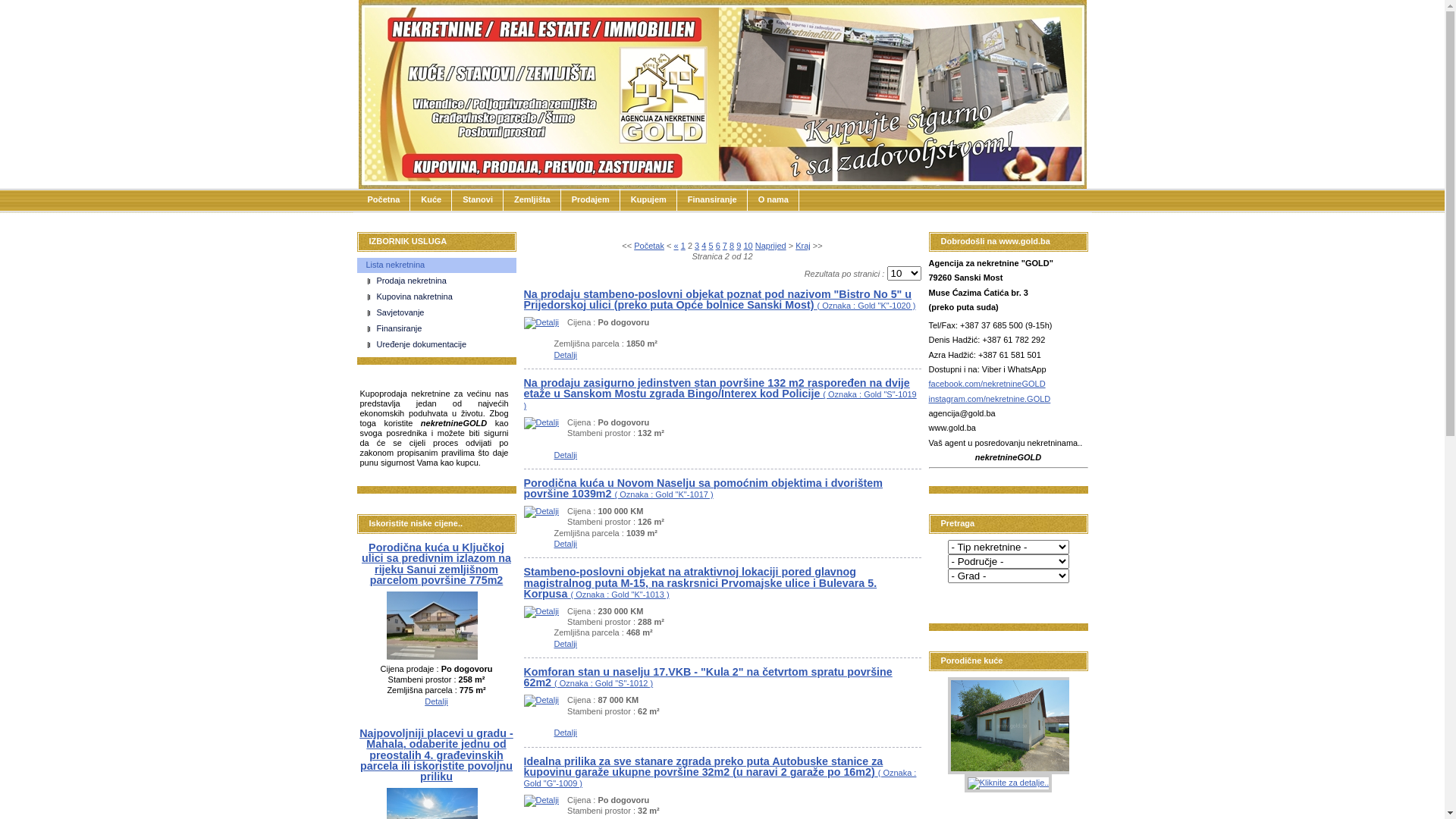  What do you see at coordinates (440, 328) in the screenshot?
I see `'Finansiranje'` at bounding box center [440, 328].